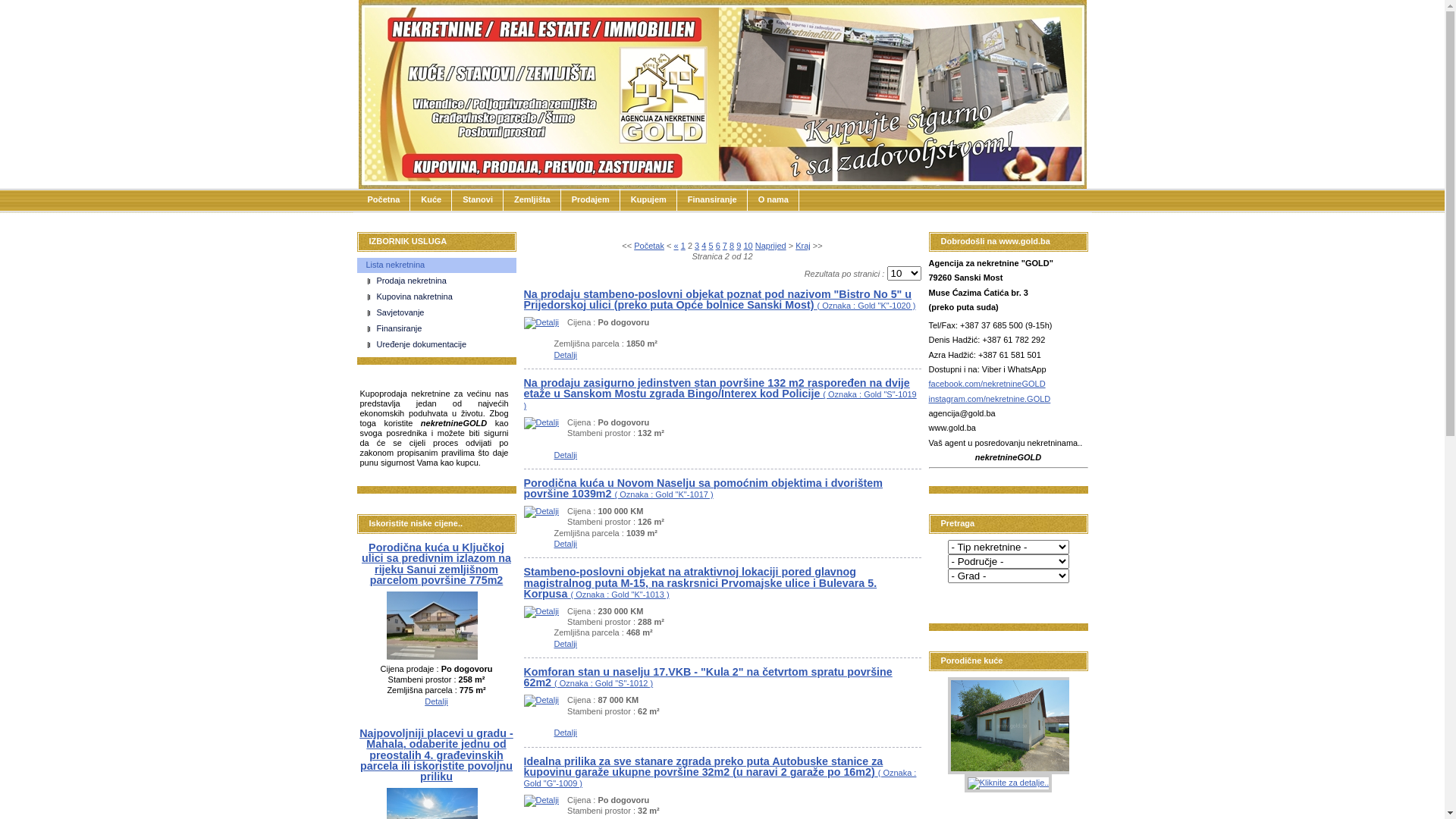  What do you see at coordinates (440, 328) in the screenshot?
I see `'Finansiranje'` at bounding box center [440, 328].